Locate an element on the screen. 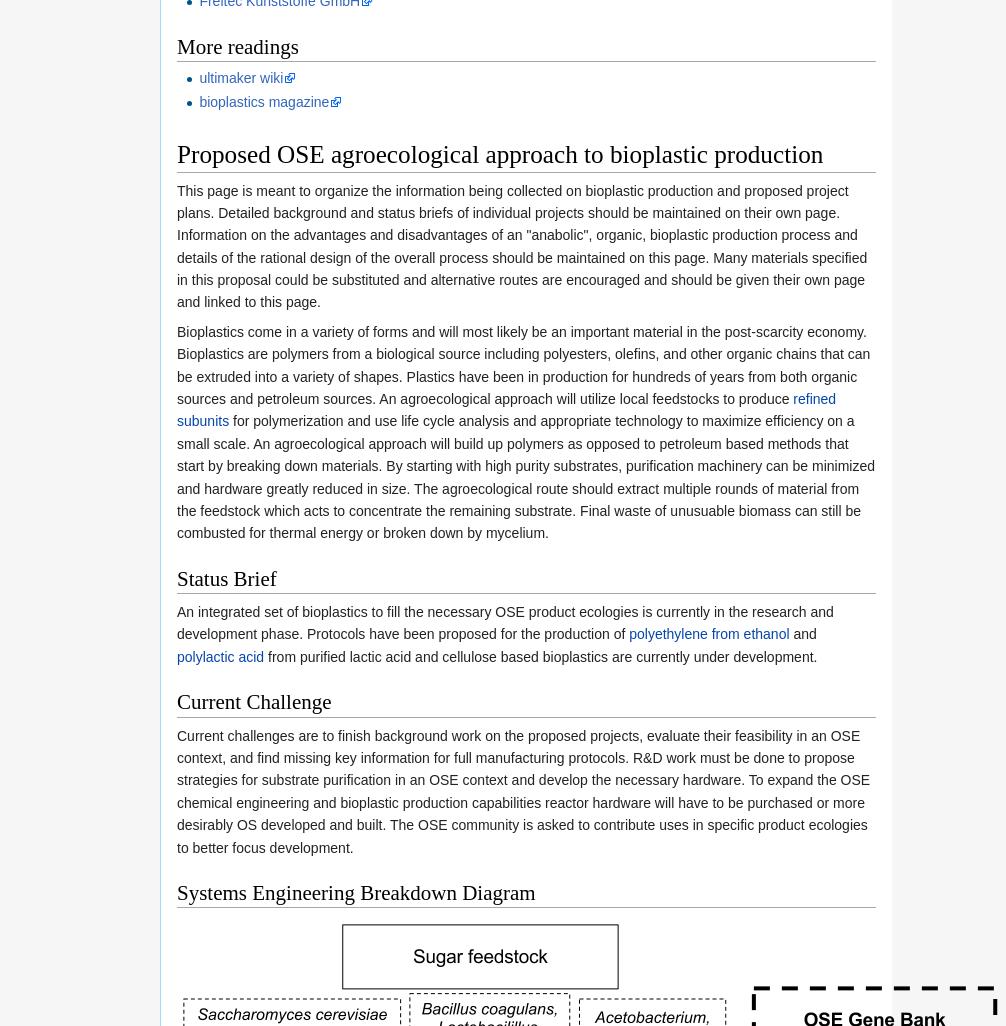 This screenshot has width=1006, height=1026. 'Bioplastics come in a variety of forms and will most likely be an important material in the post-scarcity economy. Bioplastics are polymers from a biological source including polyesters, olefins, and other organic chains that can be extruded into a variety of shapes. Plastics have been in production for hundreds of years from both organic sources and petroleum sources. An agroecological approach will utilize local feedstocks to produce' is located at coordinates (523, 364).